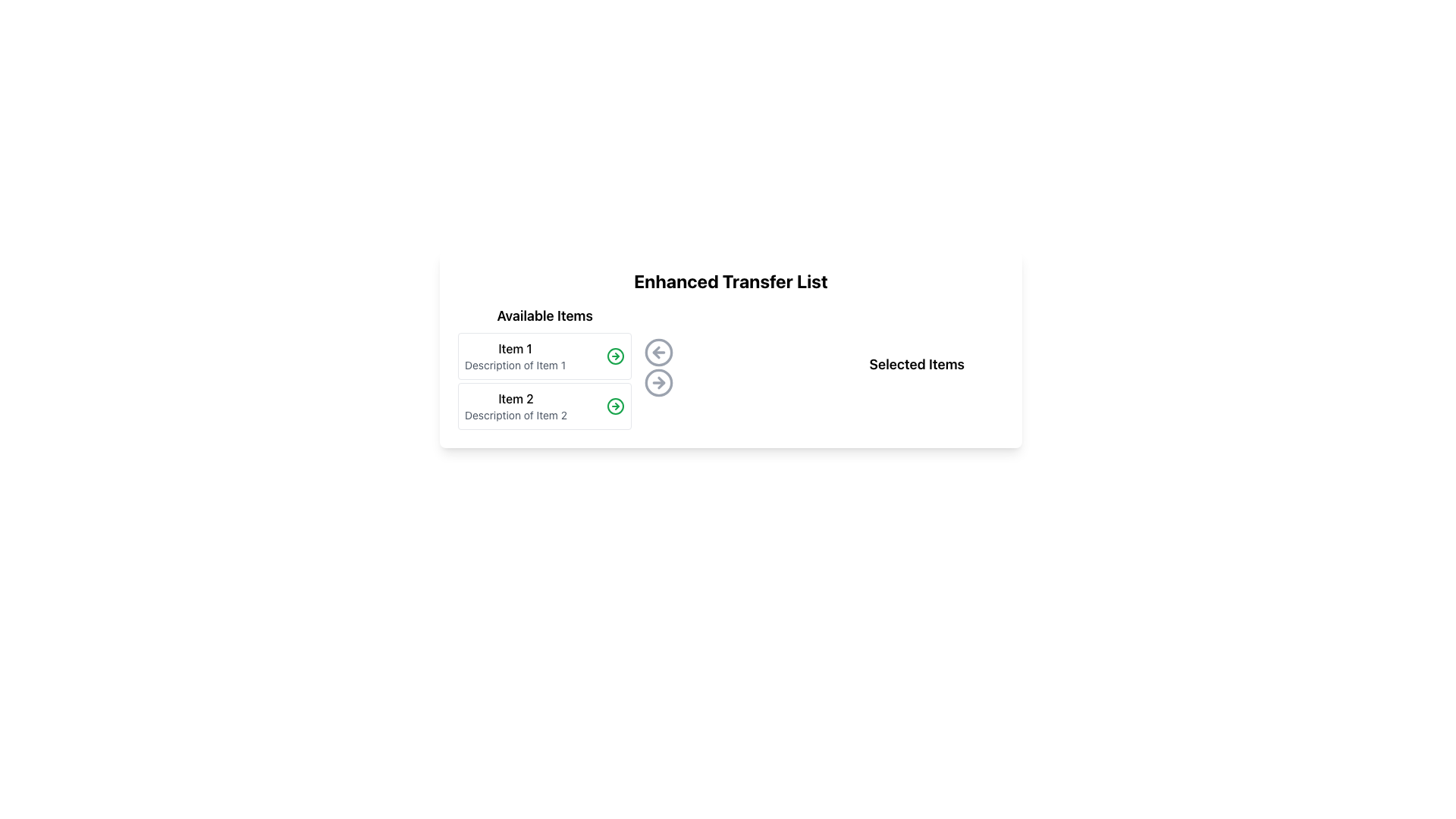 This screenshot has width=1456, height=819. I want to click on the list item titled 'Item 1' with a bold black title and a gray subtitle, so click(544, 356).